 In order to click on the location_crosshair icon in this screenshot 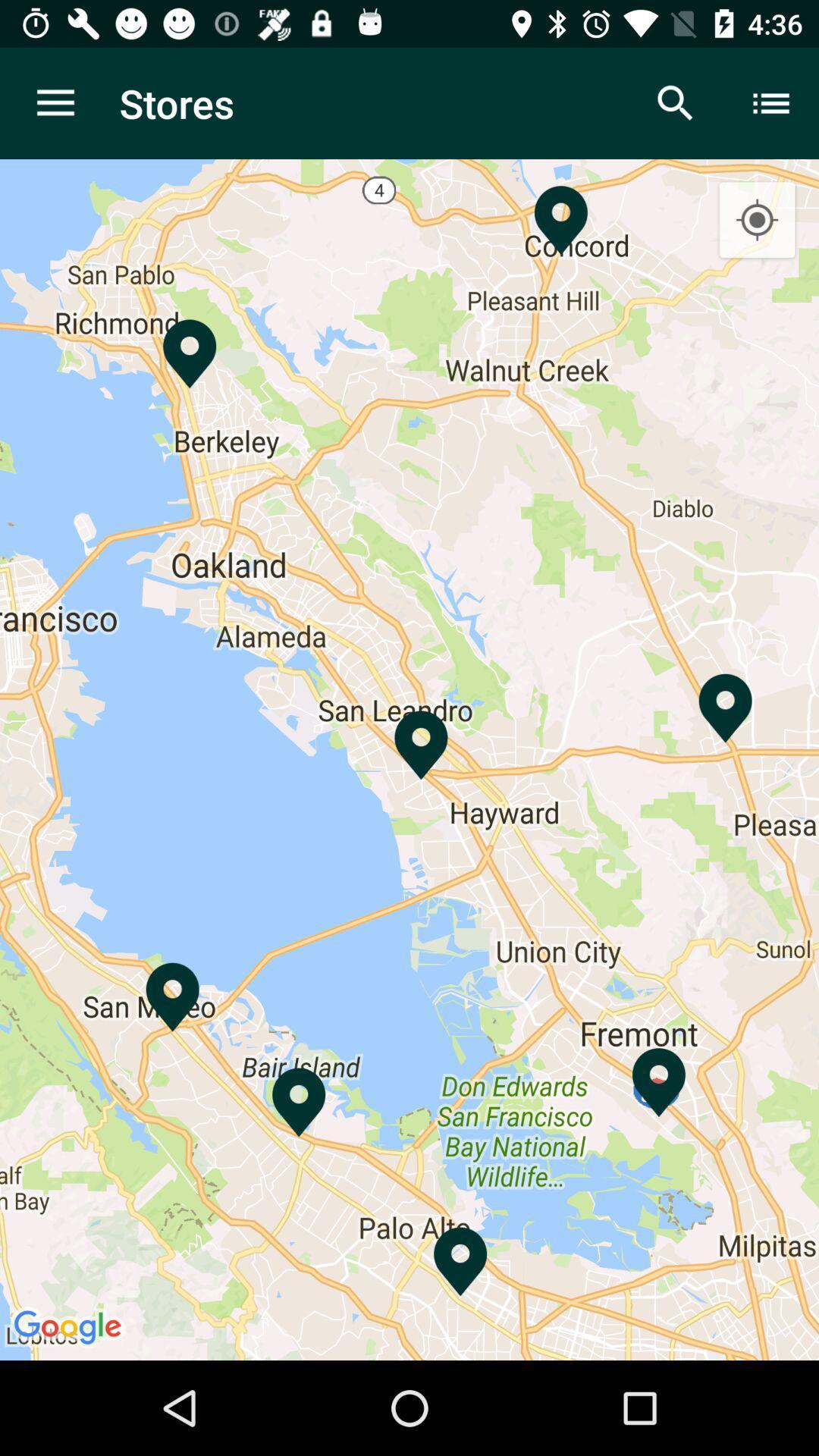, I will do `click(757, 220)`.